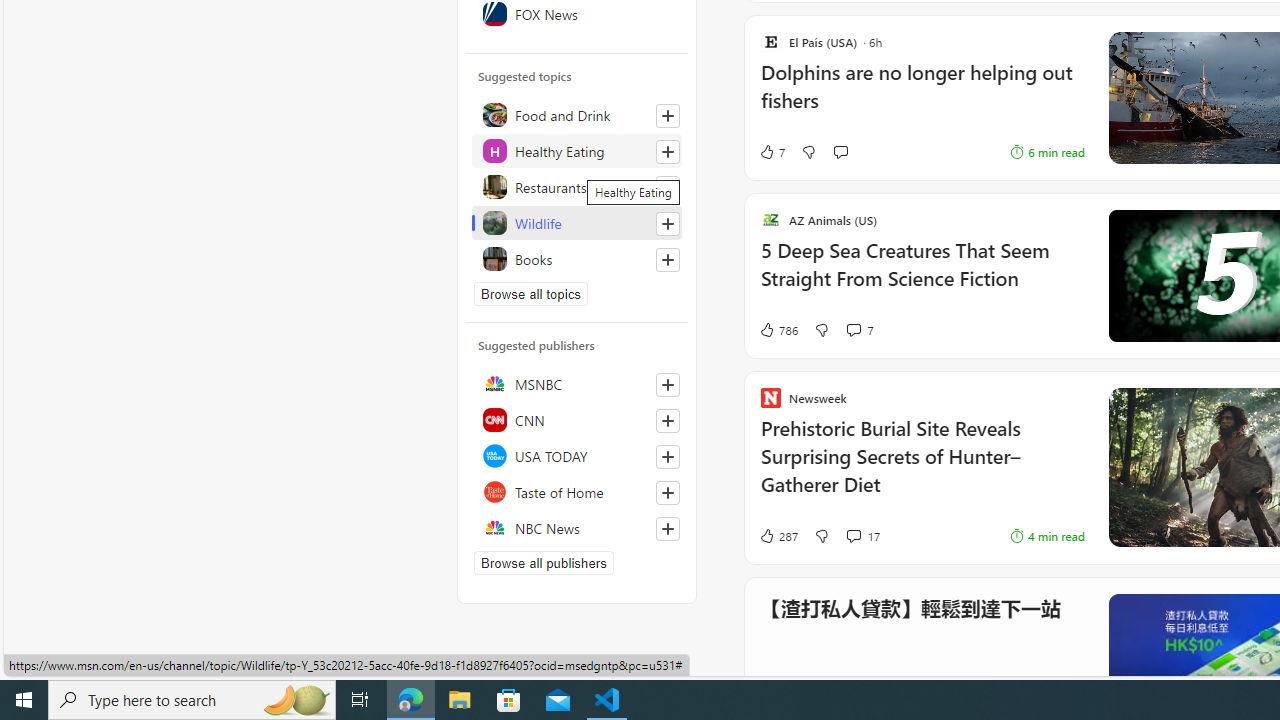 This screenshot has width=1280, height=720. What do you see at coordinates (576, 186) in the screenshot?
I see `'Restaurants'` at bounding box center [576, 186].